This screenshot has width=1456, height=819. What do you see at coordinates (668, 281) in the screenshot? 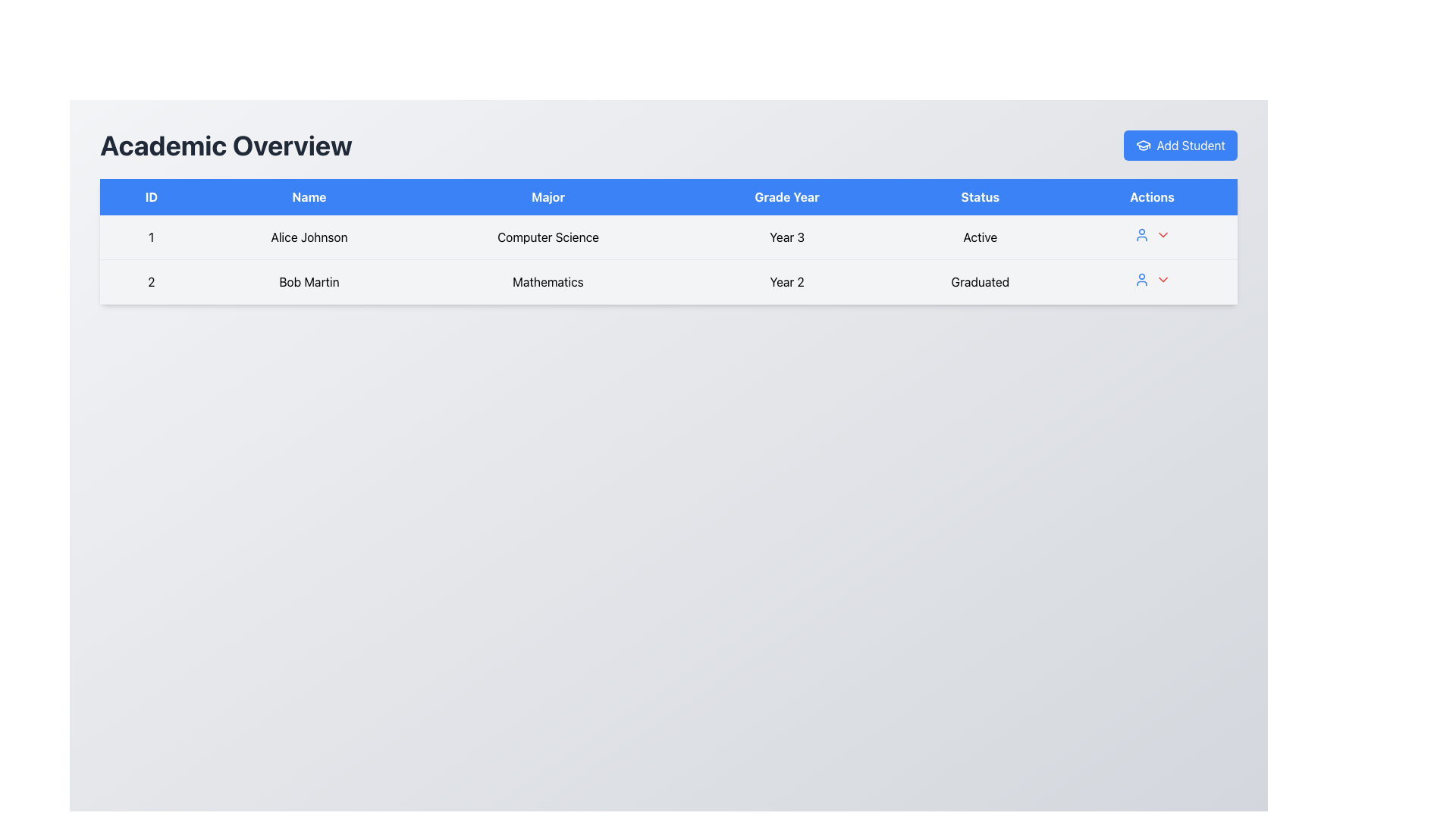
I see `details in the Tabular Row element containing ID '2', Name 'Bob Martin', Major 'Mathematics', Grade Year 'Year 2', and Status 'Graduated'` at bounding box center [668, 281].